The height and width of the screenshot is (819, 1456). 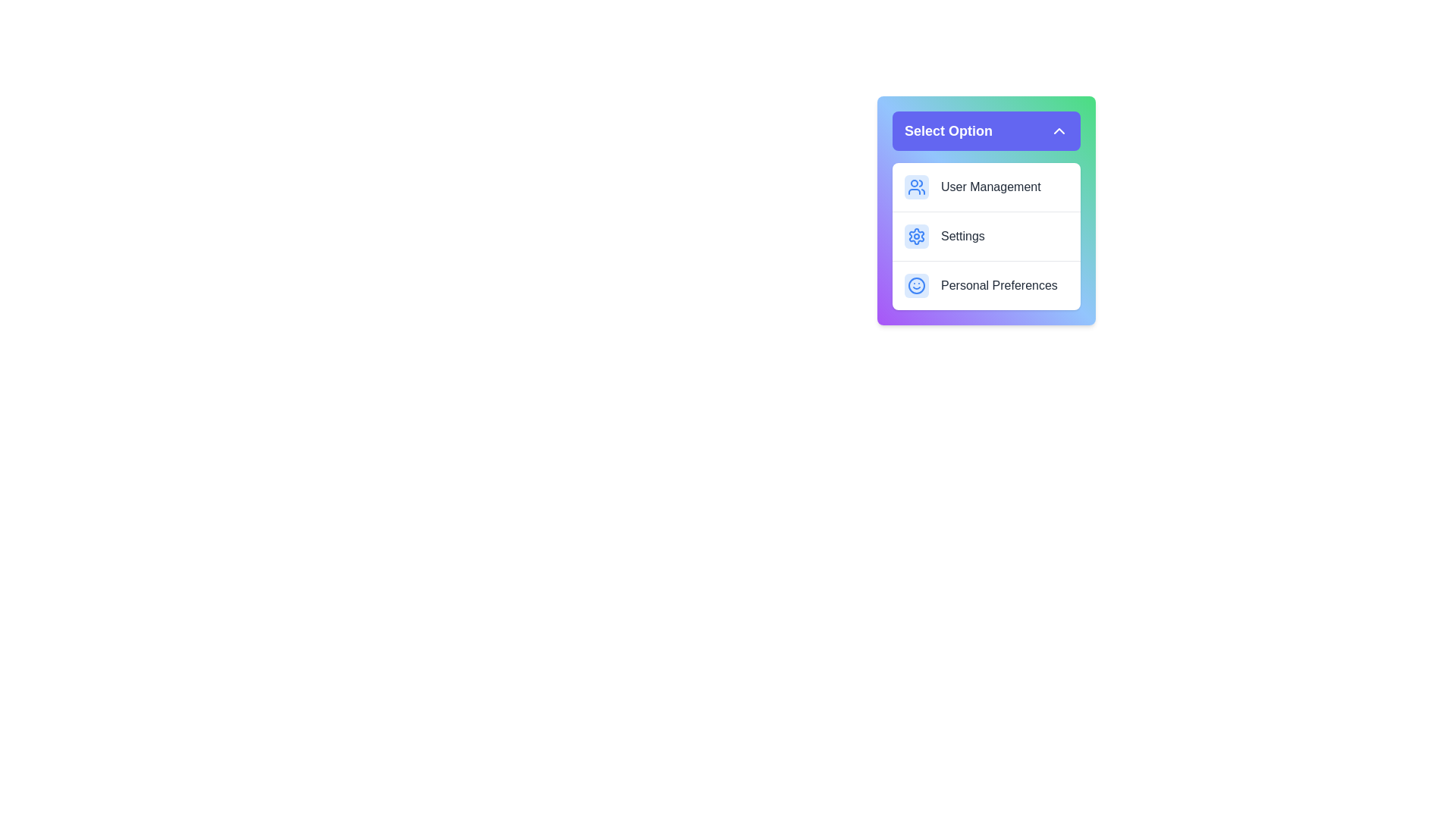 I want to click on the settings icon, represented by a cogwheel shape, located in the dropdown menu below the 'Select Option' header, so click(x=916, y=237).